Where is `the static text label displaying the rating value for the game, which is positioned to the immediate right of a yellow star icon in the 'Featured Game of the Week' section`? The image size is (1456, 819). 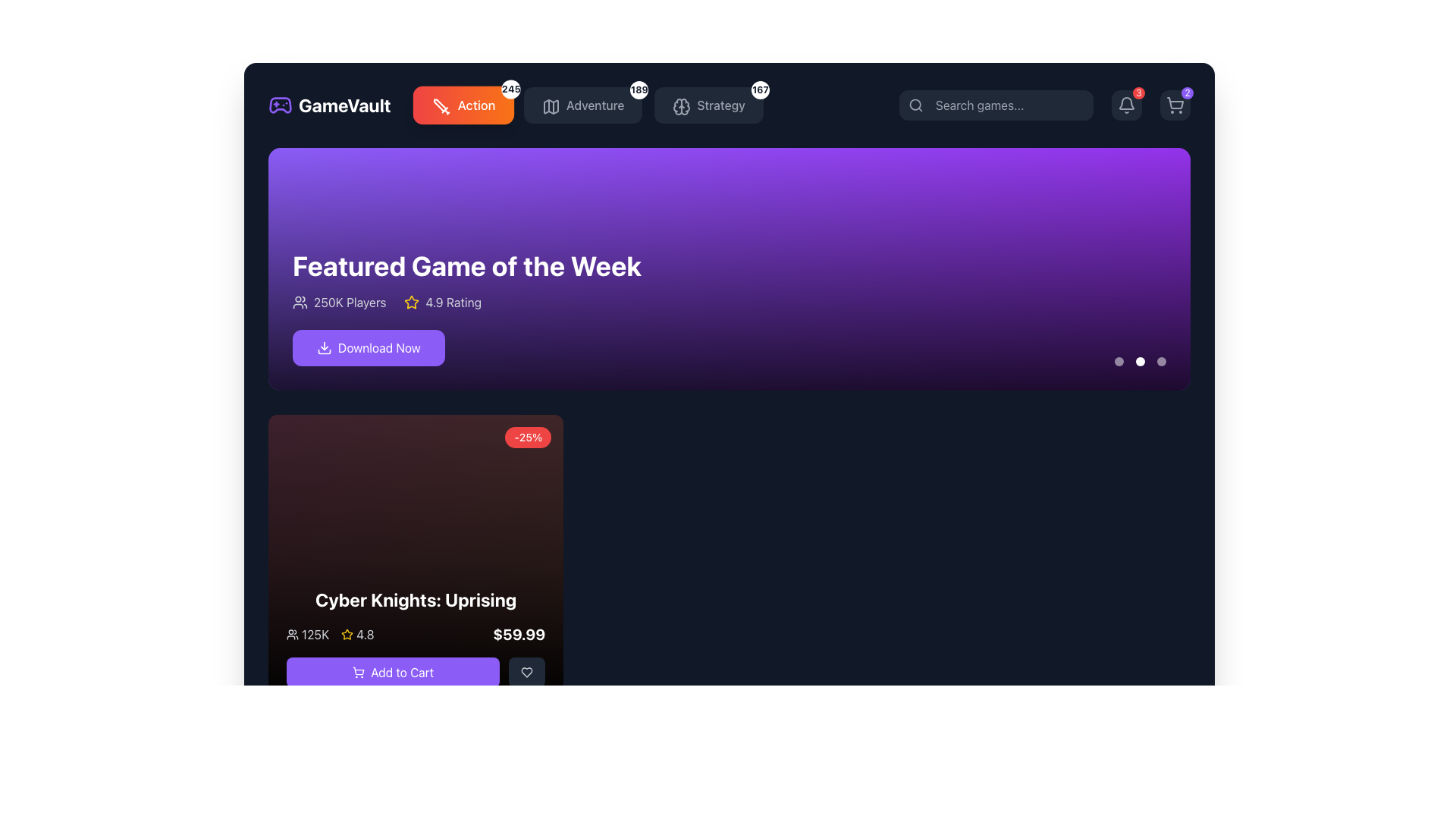
the static text label displaying the rating value for the game, which is positioned to the immediate right of a yellow star icon in the 'Featured Game of the Week' section is located at coordinates (453, 302).